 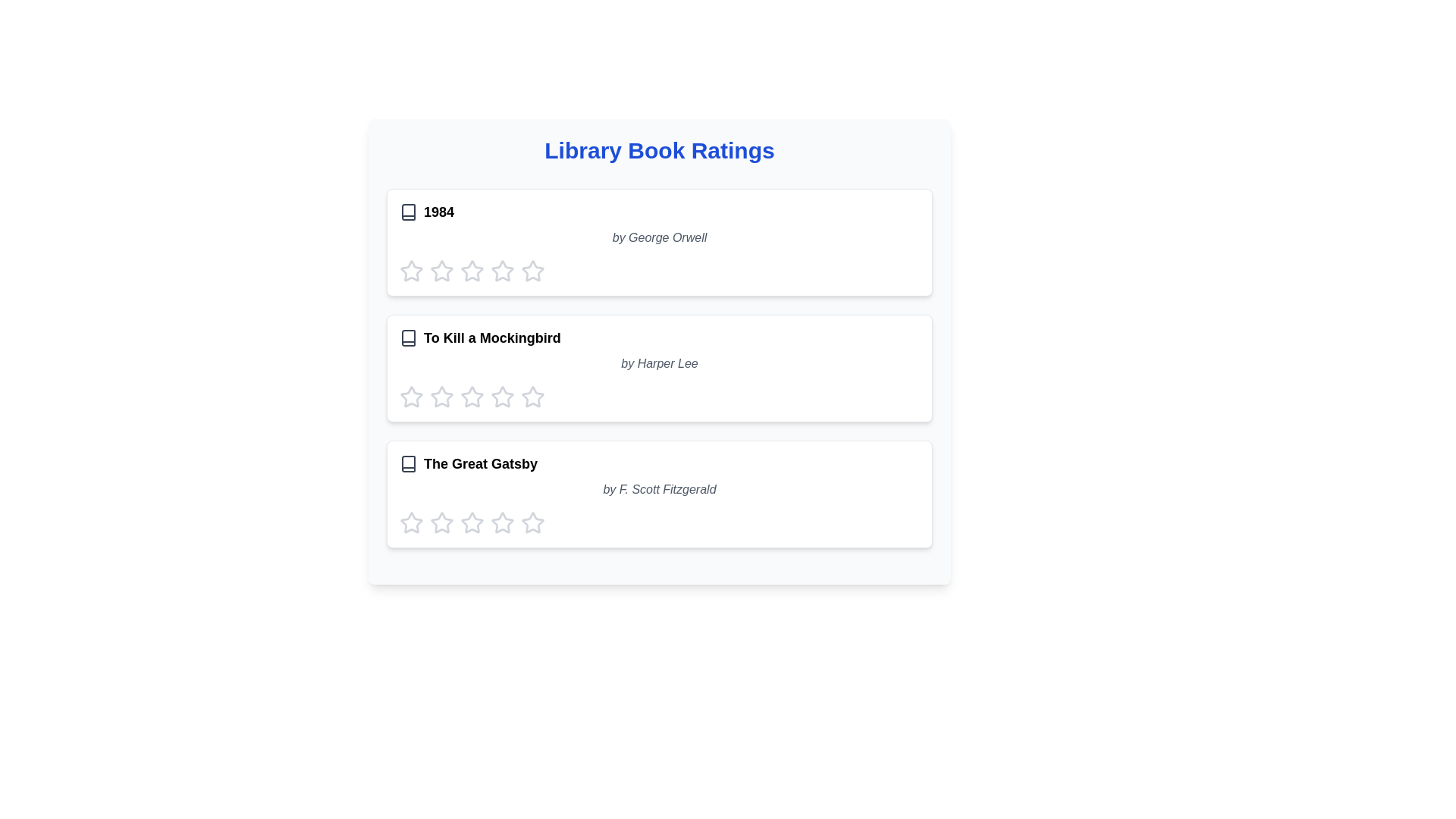 I want to click on the star icons in the Rating component for 'The Great Gatsby', so click(x=659, y=522).